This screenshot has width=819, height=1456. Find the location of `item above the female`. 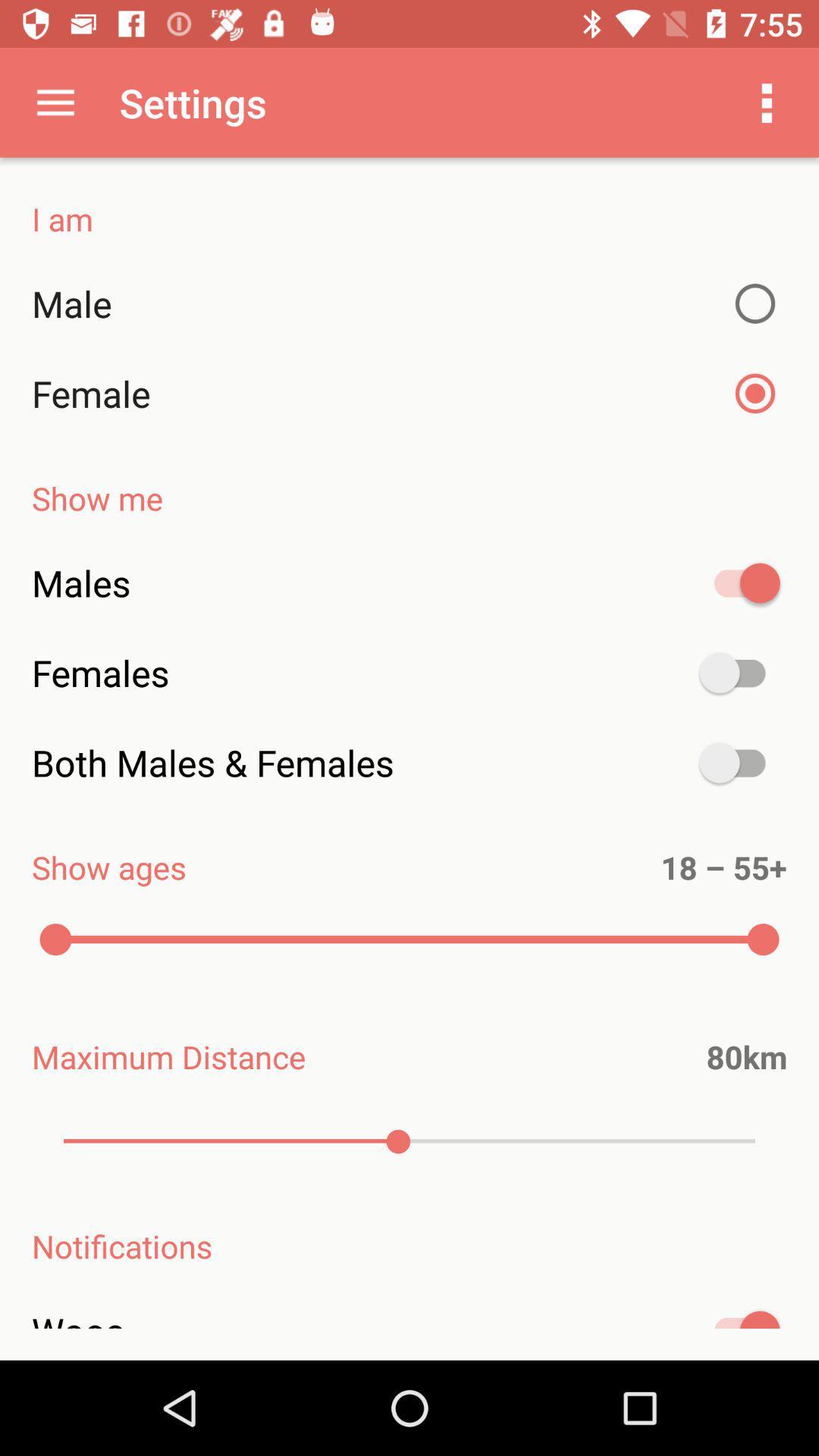

item above the female is located at coordinates (409, 303).